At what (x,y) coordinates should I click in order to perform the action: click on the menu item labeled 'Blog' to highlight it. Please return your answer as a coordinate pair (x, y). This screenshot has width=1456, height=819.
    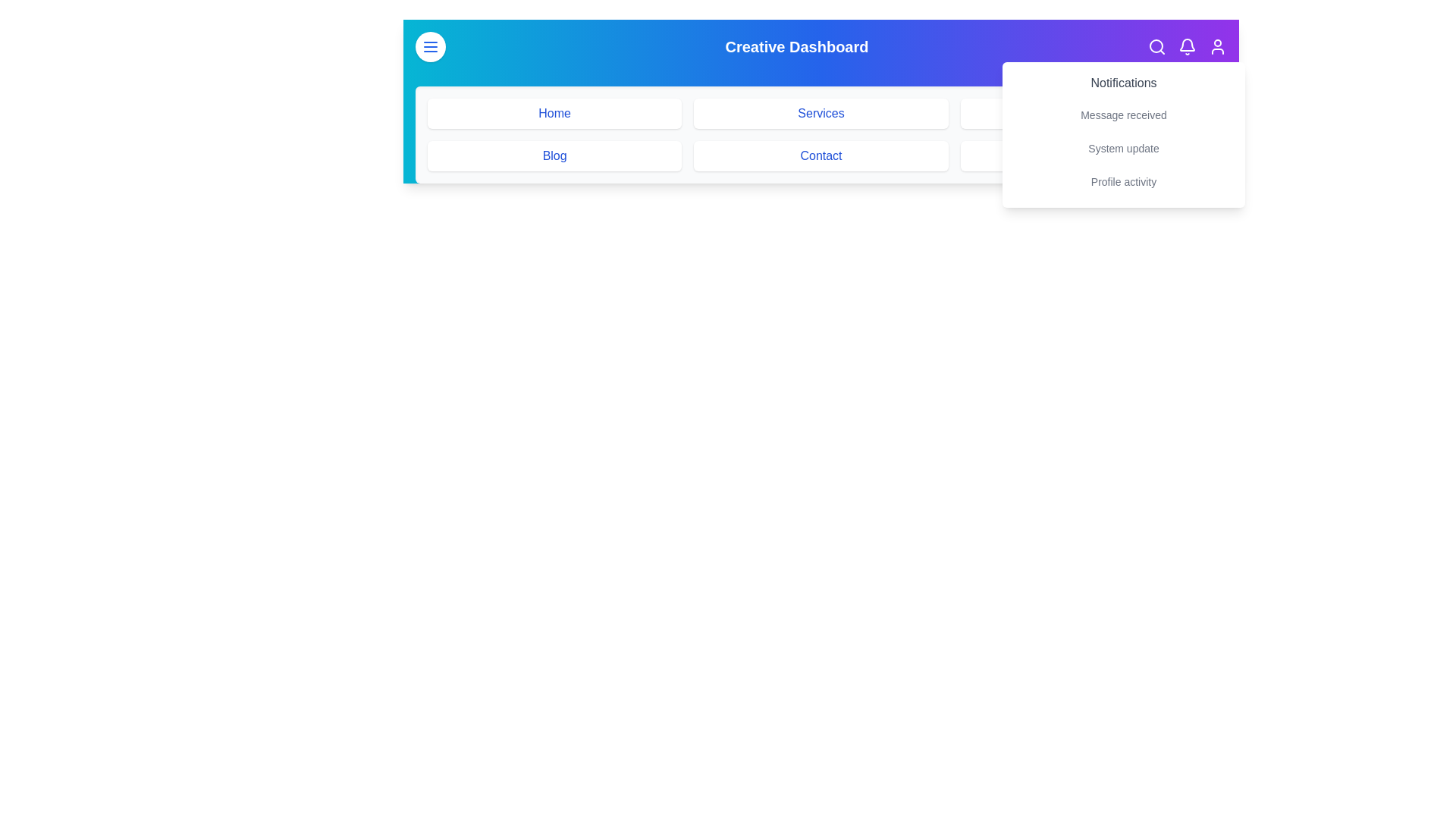
    Looking at the image, I should click on (553, 155).